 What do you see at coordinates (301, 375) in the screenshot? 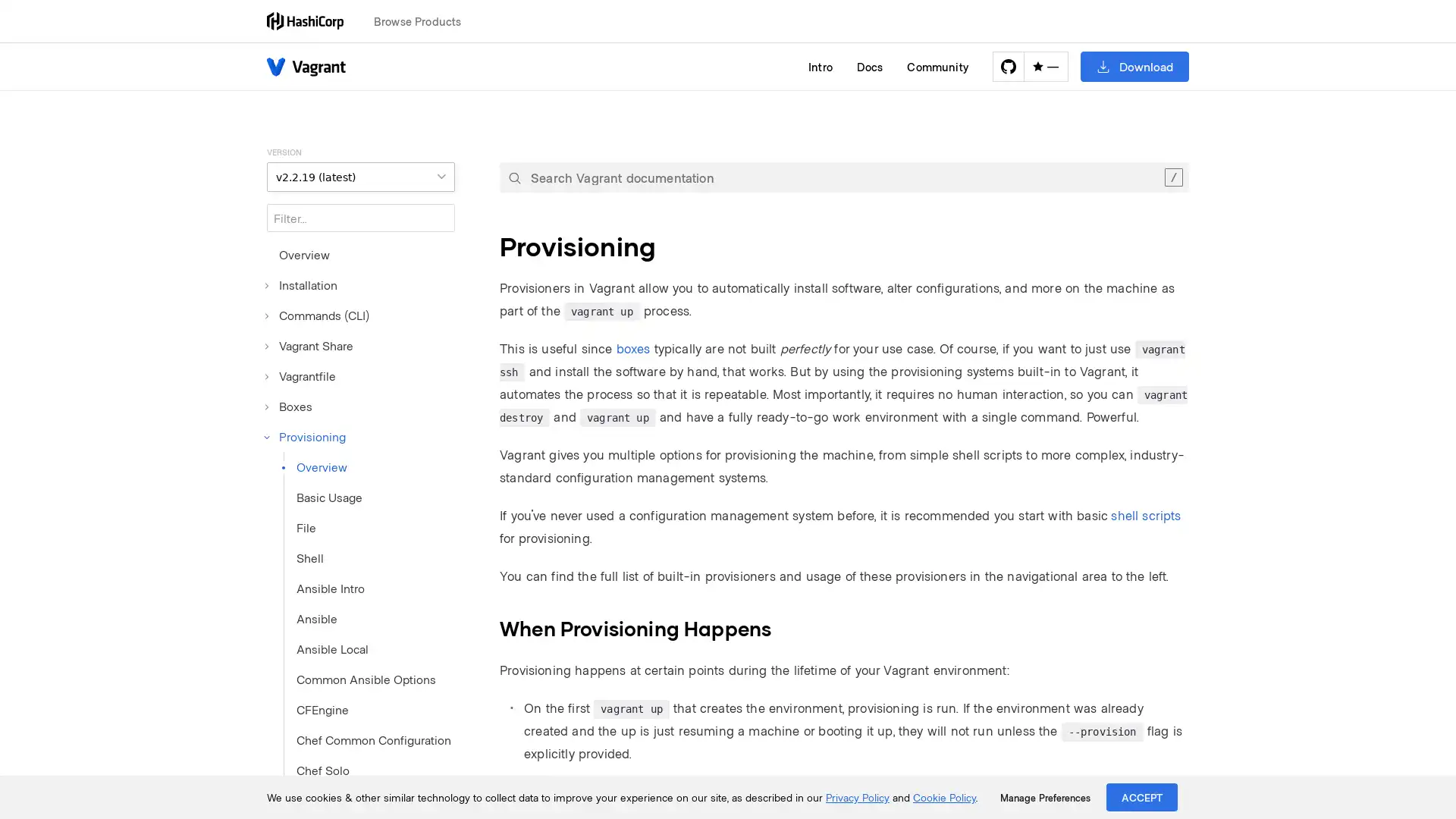
I see `Vagrantfile` at bounding box center [301, 375].